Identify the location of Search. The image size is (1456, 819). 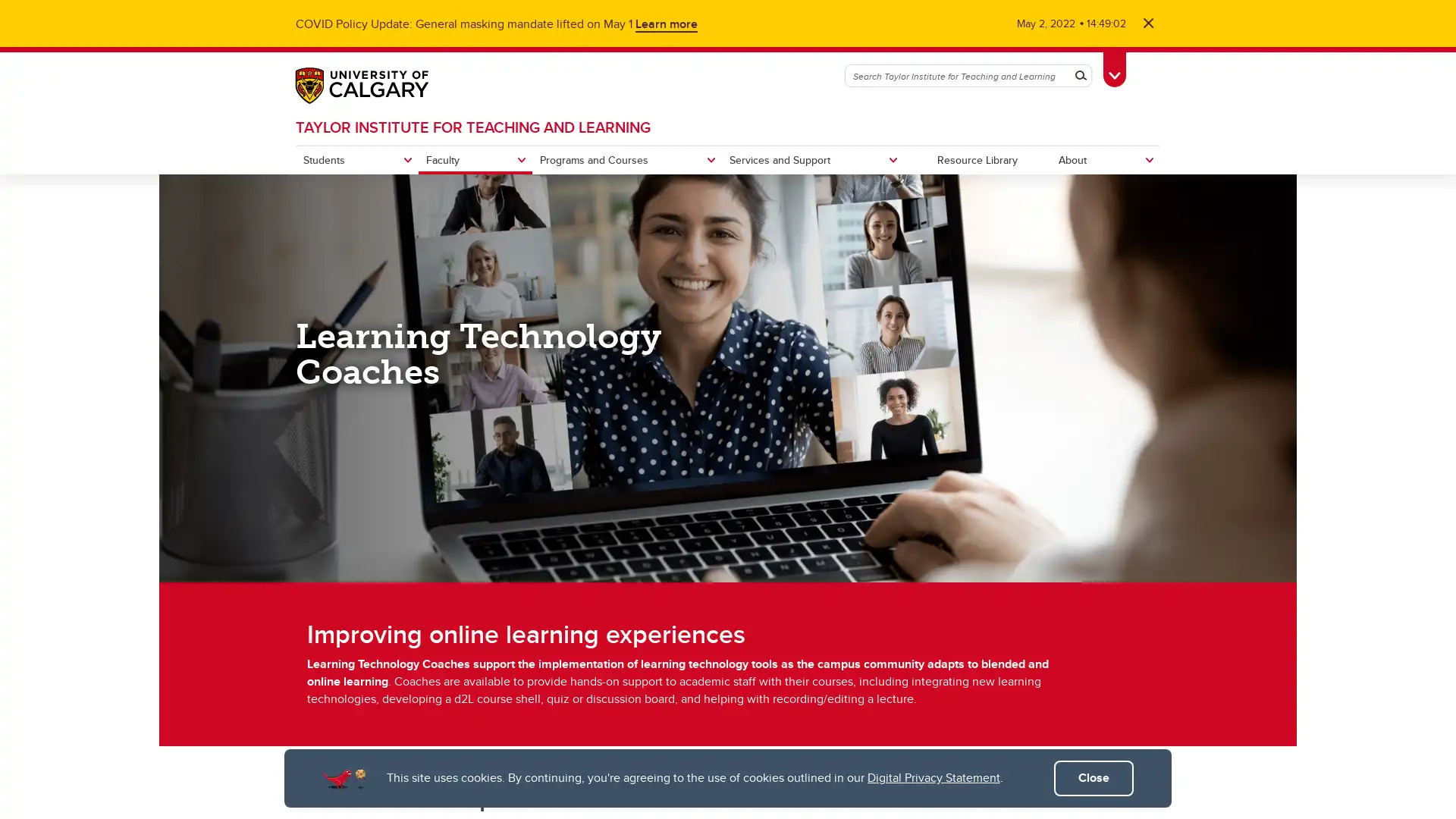
(1080, 76).